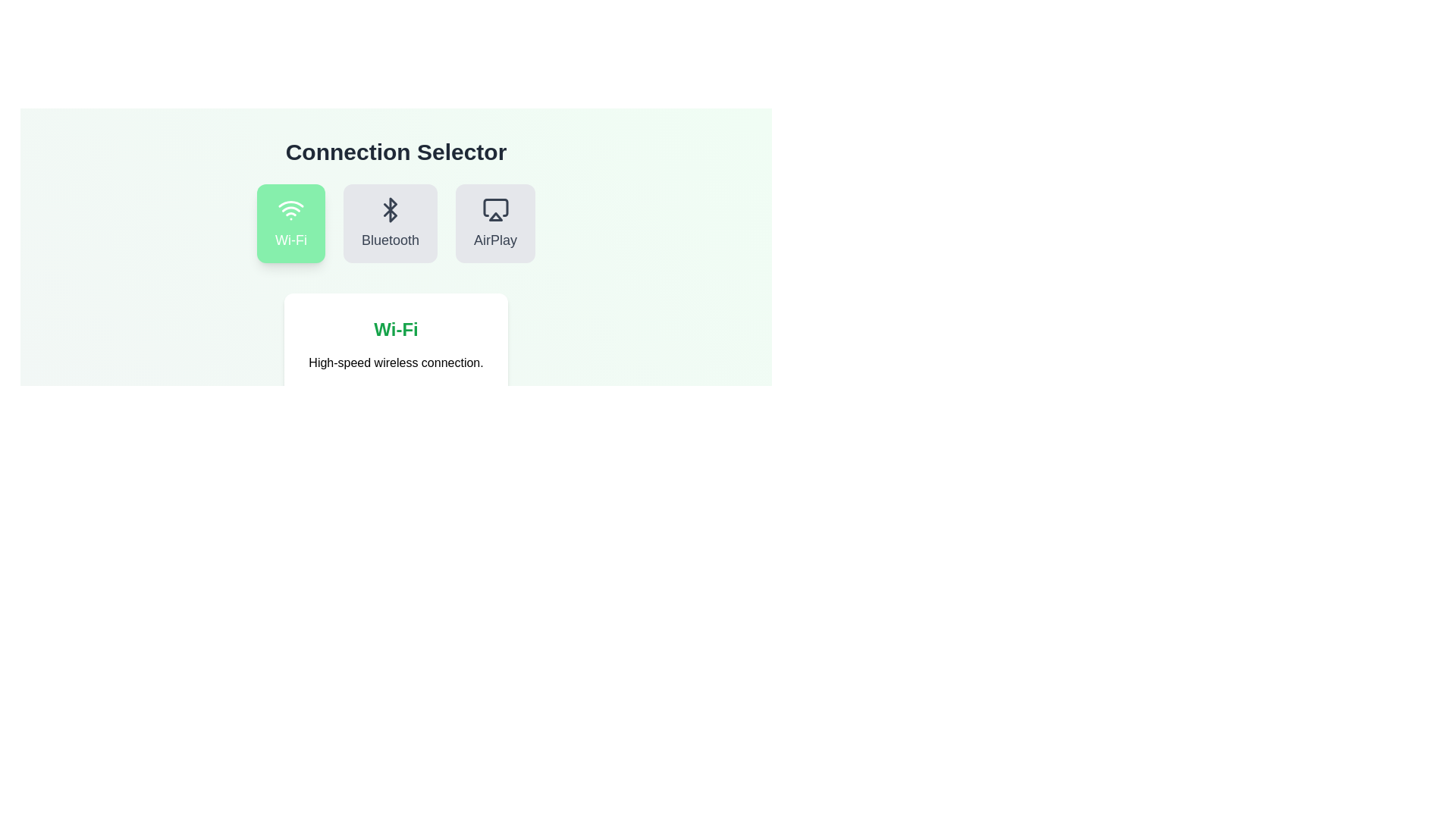 The height and width of the screenshot is (819, 1456). What do you see at coordinates (291, 223) in the screenshot?
I see `the connection option Wi-Fi to view its hover effects` at bounding box center [291, 223].